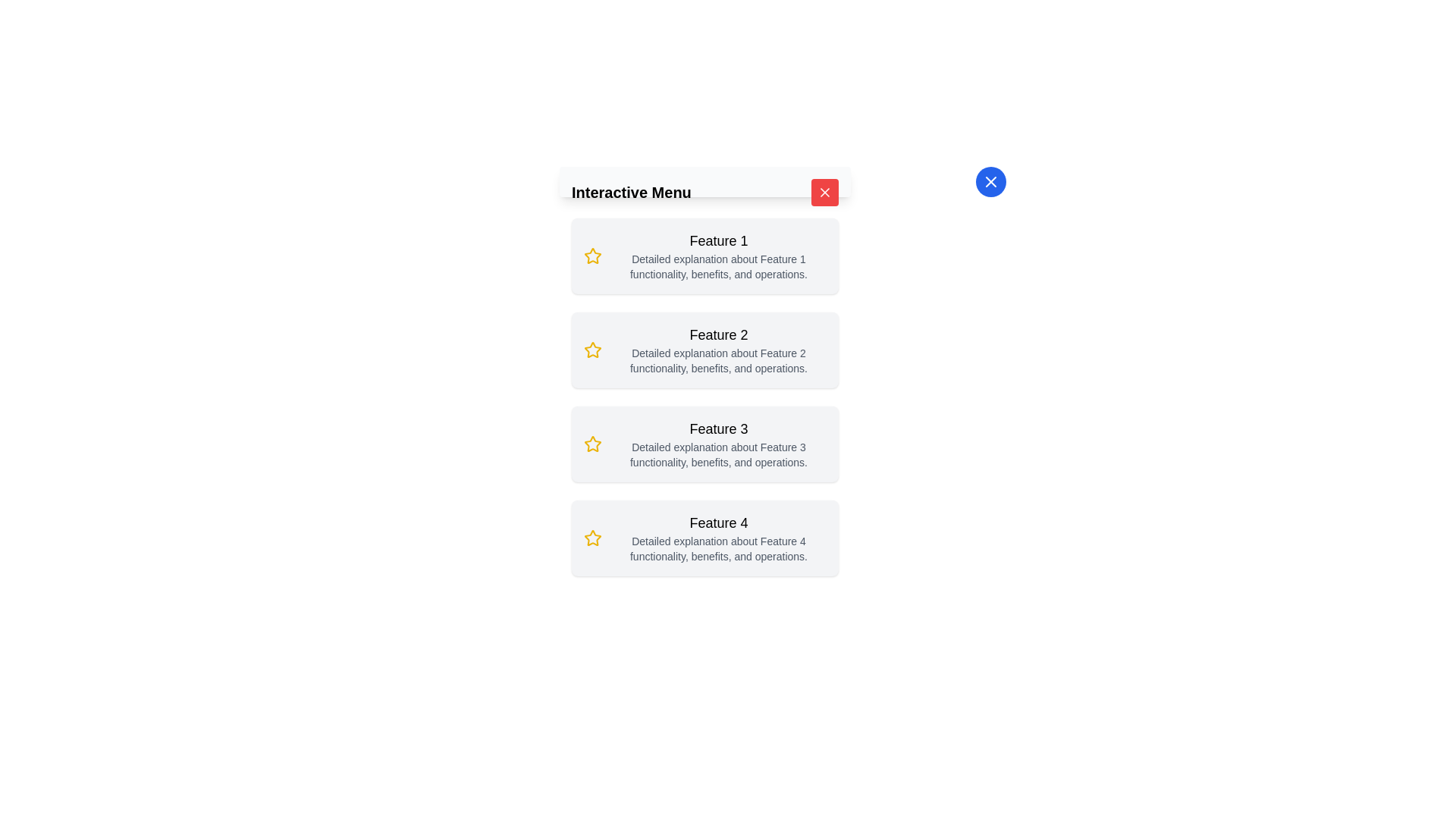 This screenshot has height=819, width=1456. I want to click on the text label that provides additional details and context about Feature 2, located directly below the 'Feature 2' title, so click(718, 360).